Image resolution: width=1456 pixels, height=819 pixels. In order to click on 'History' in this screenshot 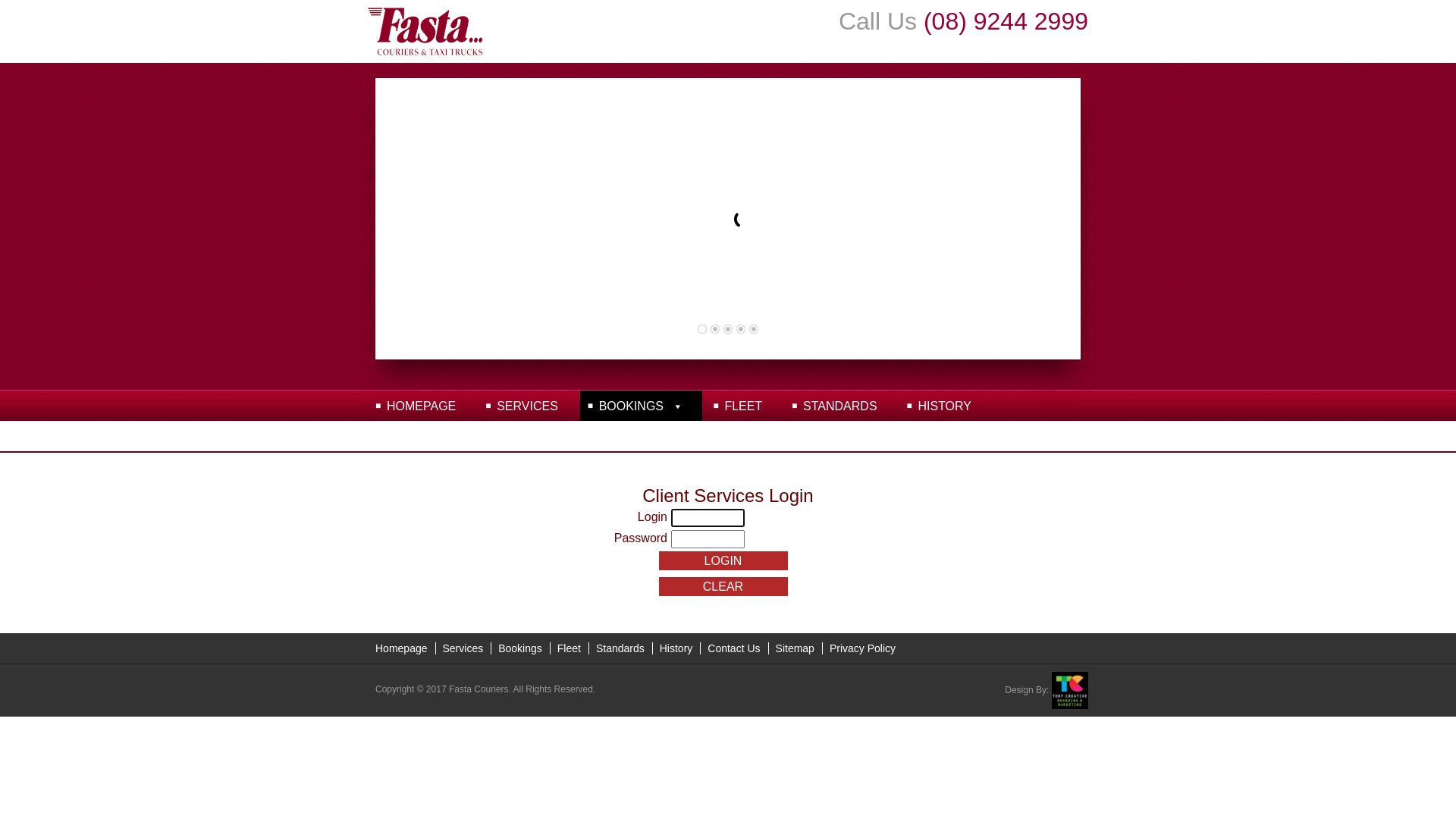, I will do `click(676, 648)`.